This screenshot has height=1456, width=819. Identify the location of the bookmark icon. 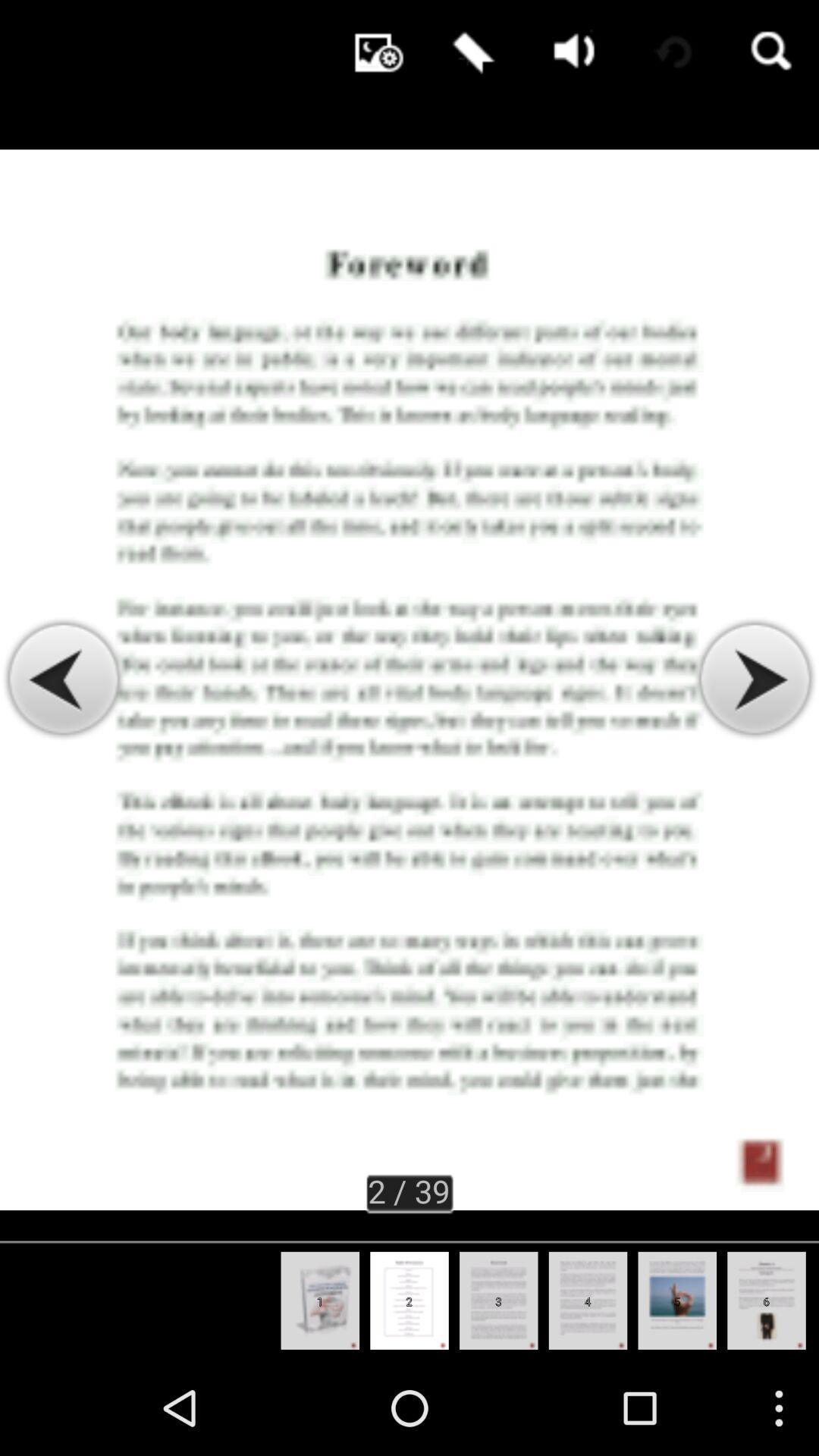
(469, 53).